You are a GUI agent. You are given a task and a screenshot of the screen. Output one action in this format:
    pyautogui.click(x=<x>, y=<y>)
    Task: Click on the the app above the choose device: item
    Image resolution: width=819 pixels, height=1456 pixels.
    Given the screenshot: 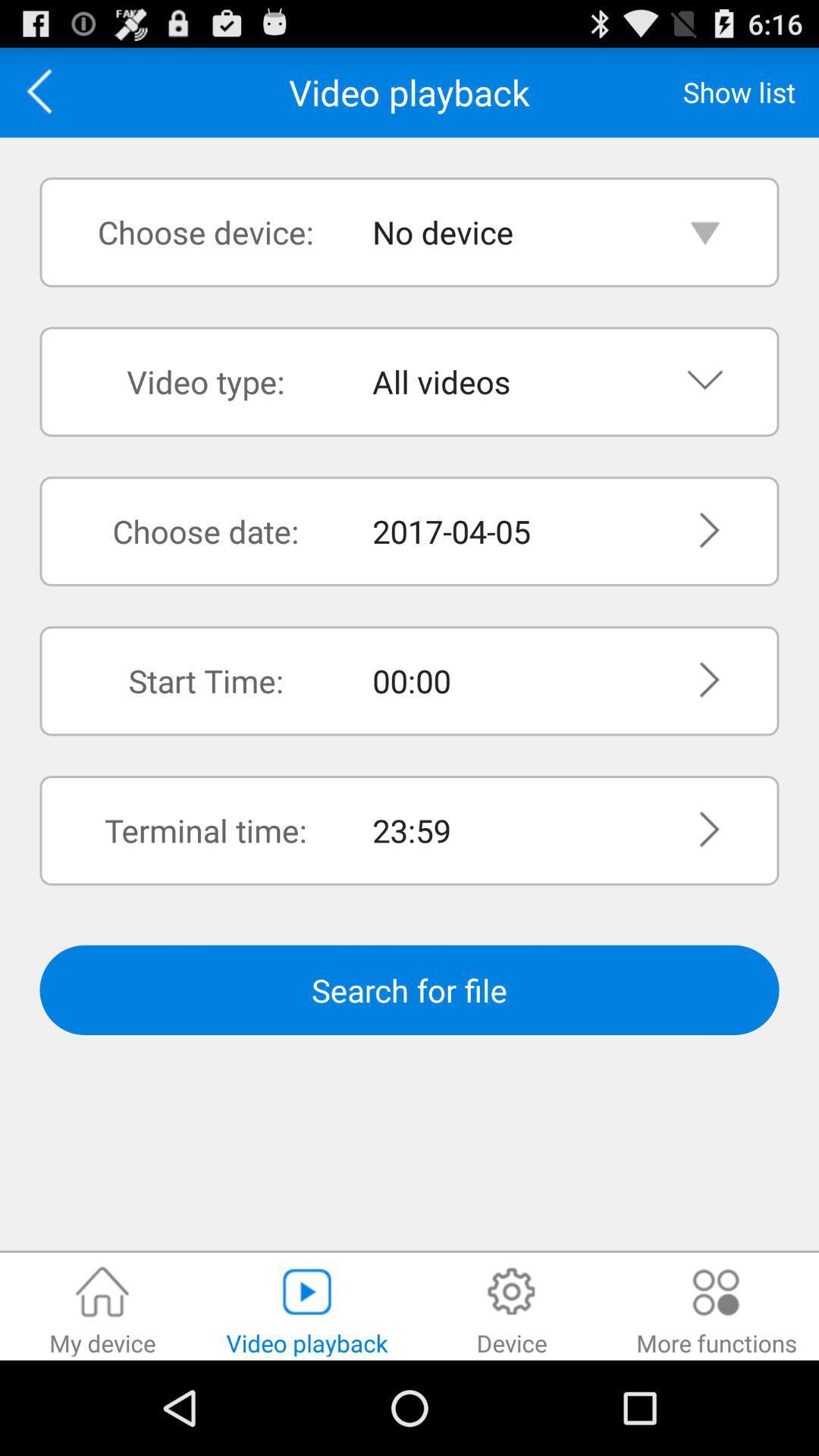 What is the action you would take?
    pyautogui.click(x=44, y=92)
    